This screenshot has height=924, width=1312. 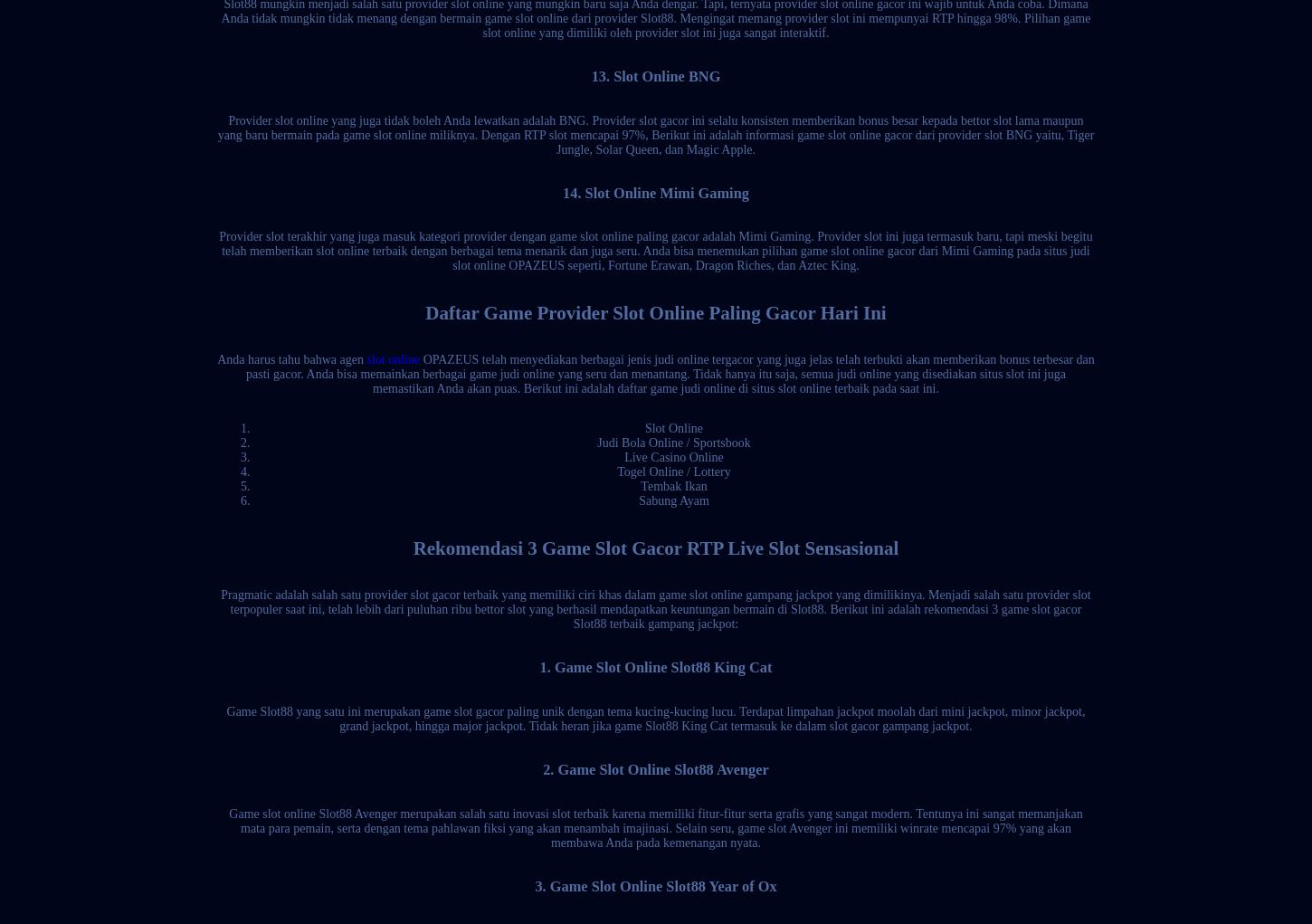 I want to click on 'Live Casino Online', so click(x=673, y=456).